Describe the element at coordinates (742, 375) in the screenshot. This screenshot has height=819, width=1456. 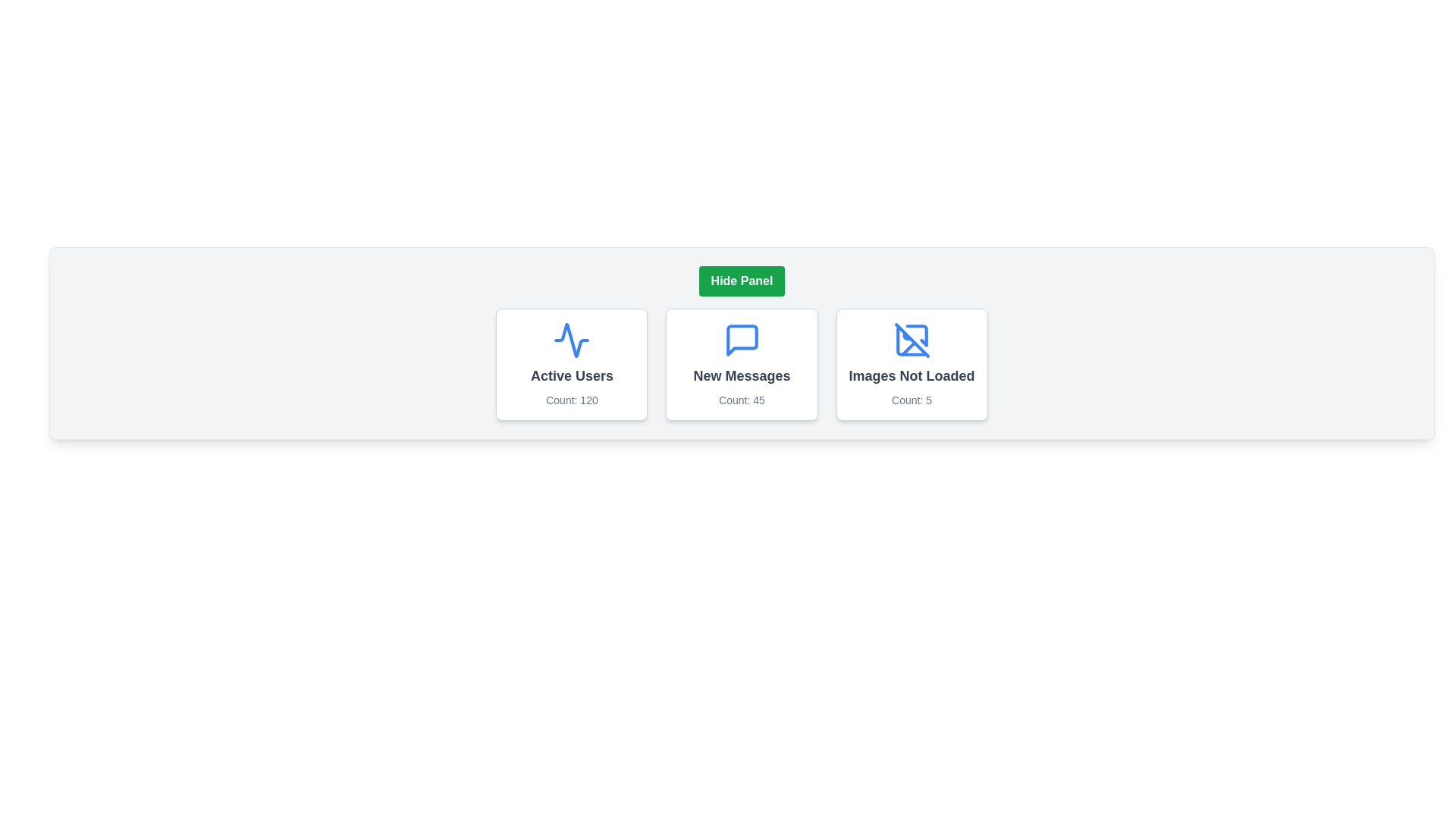
I see `the 'New Messages' text label located in the central card of the three-card layout, positioned below the blue message bubble icon and above the text 'Count: 45'` at that location.